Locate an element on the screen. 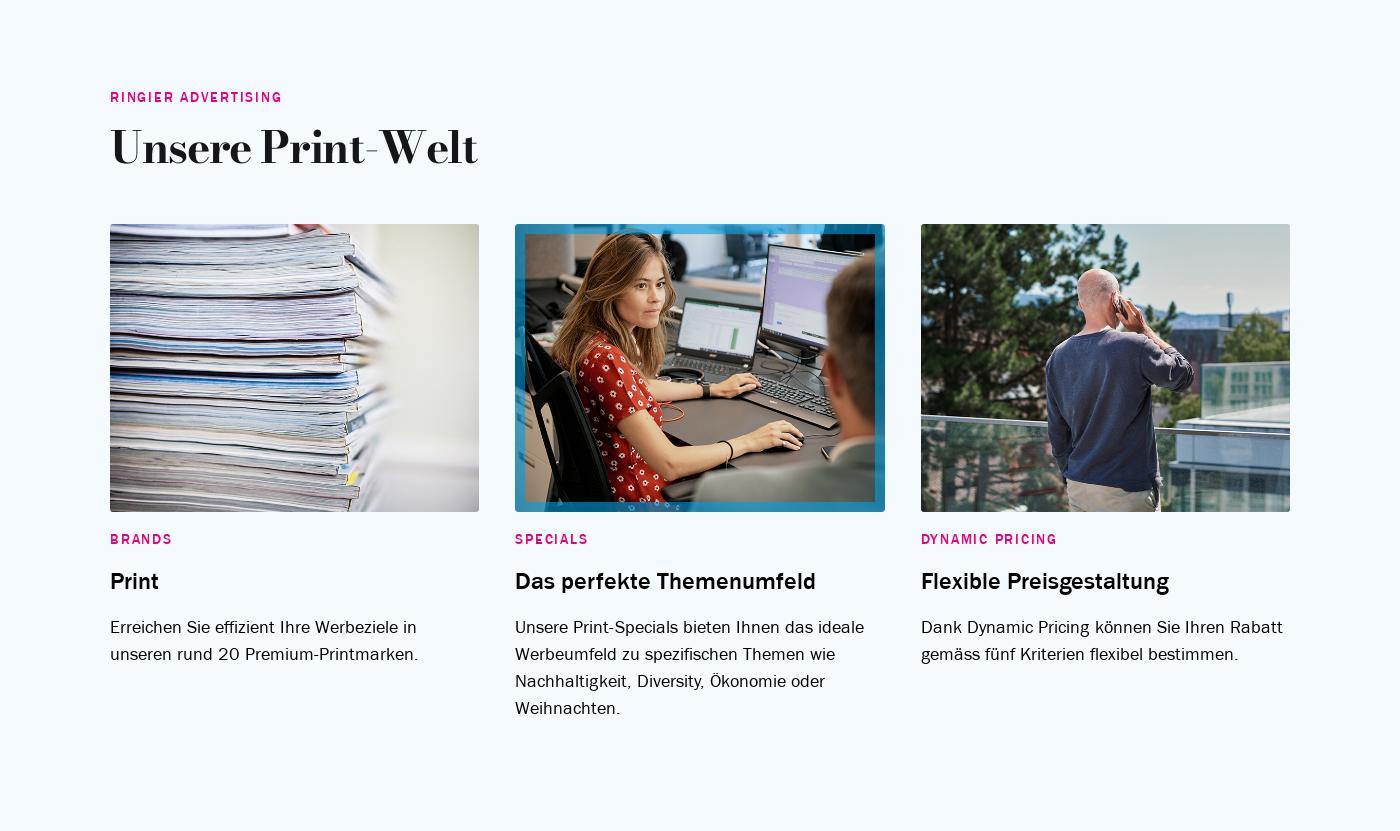  'Ringier Advertising' is located at coordinates (1275, 412).